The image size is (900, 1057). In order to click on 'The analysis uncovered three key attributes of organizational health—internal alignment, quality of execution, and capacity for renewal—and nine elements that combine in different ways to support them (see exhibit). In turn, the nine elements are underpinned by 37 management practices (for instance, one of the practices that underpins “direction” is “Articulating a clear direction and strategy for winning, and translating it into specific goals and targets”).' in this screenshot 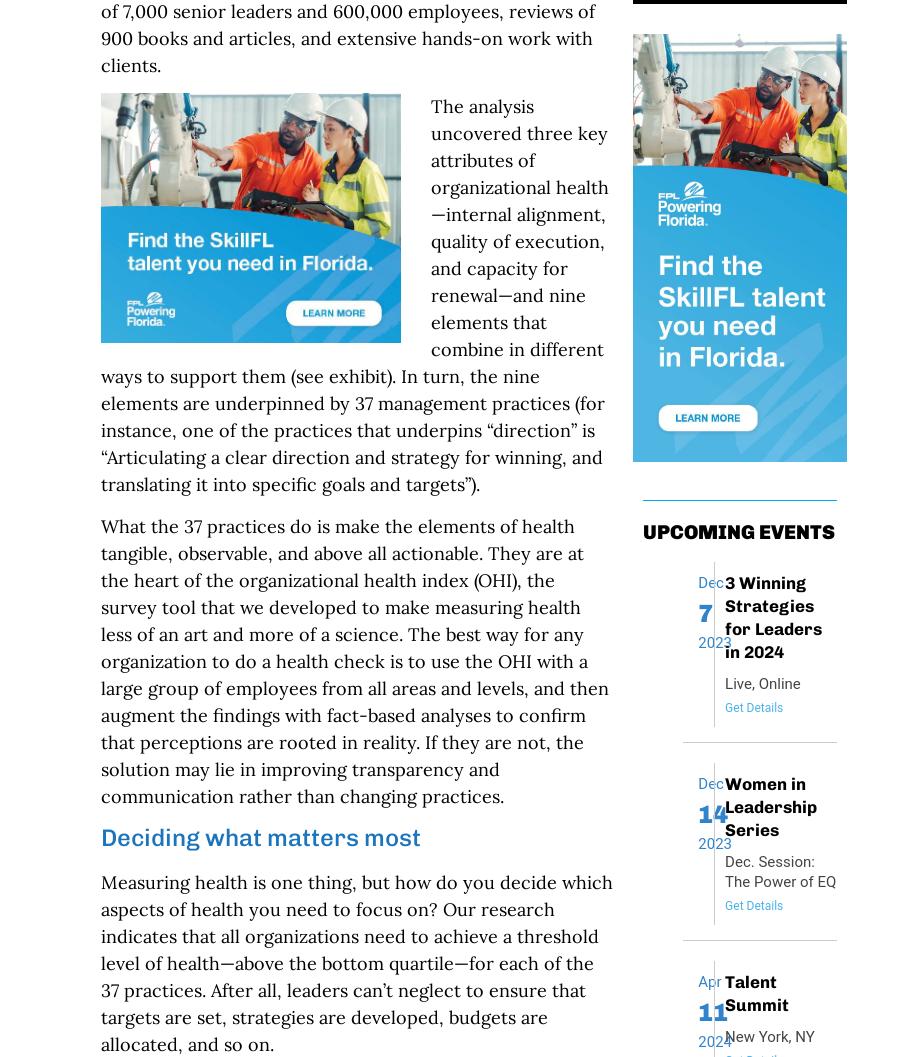, I will do `click(98, 294)`.